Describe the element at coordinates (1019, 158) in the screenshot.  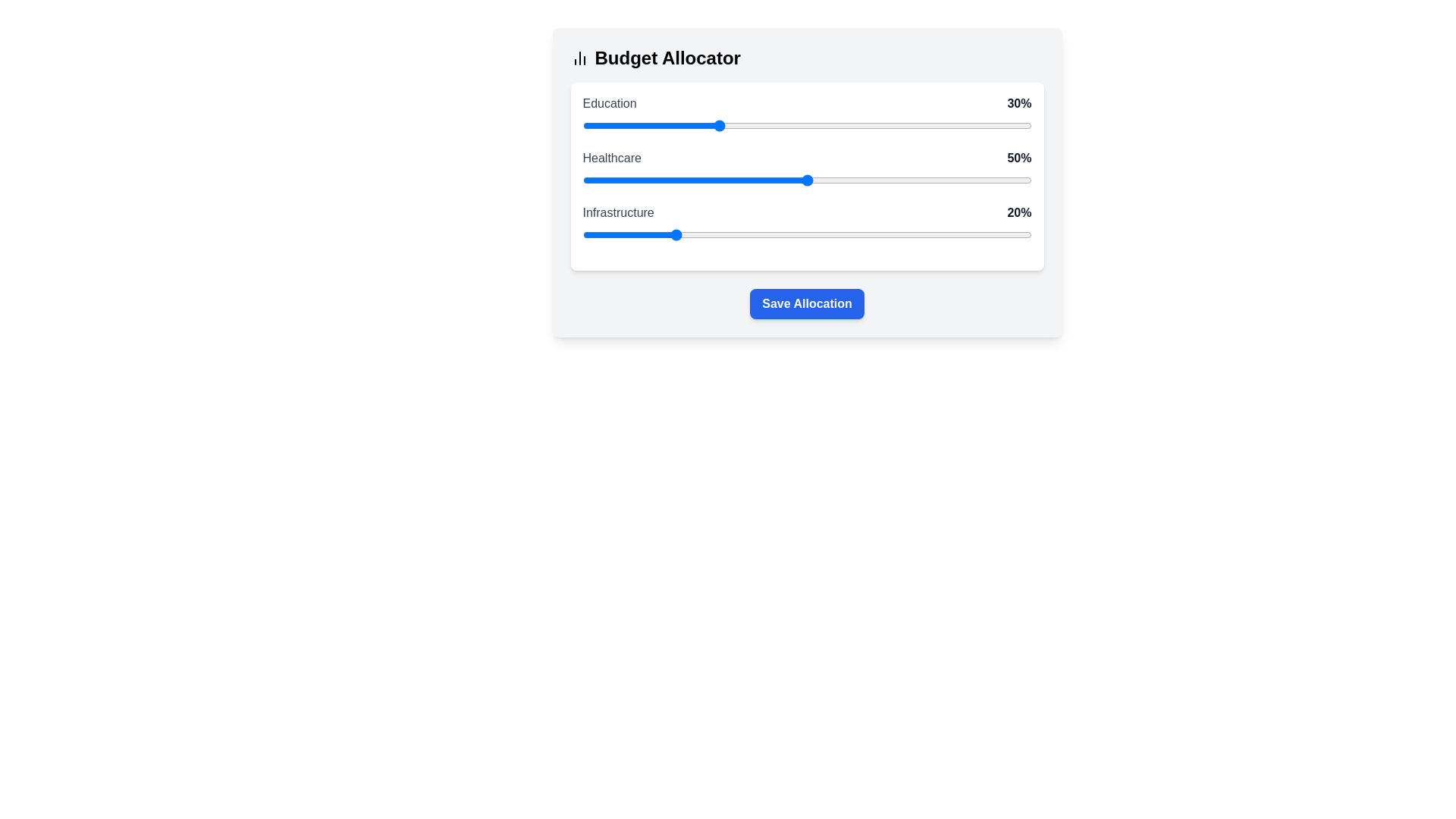
I see `the text display showing '50%' that is styled in bold and positioned to the right of the 'Healthcare' label, aligned with the healthcare allocation slider bar` at that location.